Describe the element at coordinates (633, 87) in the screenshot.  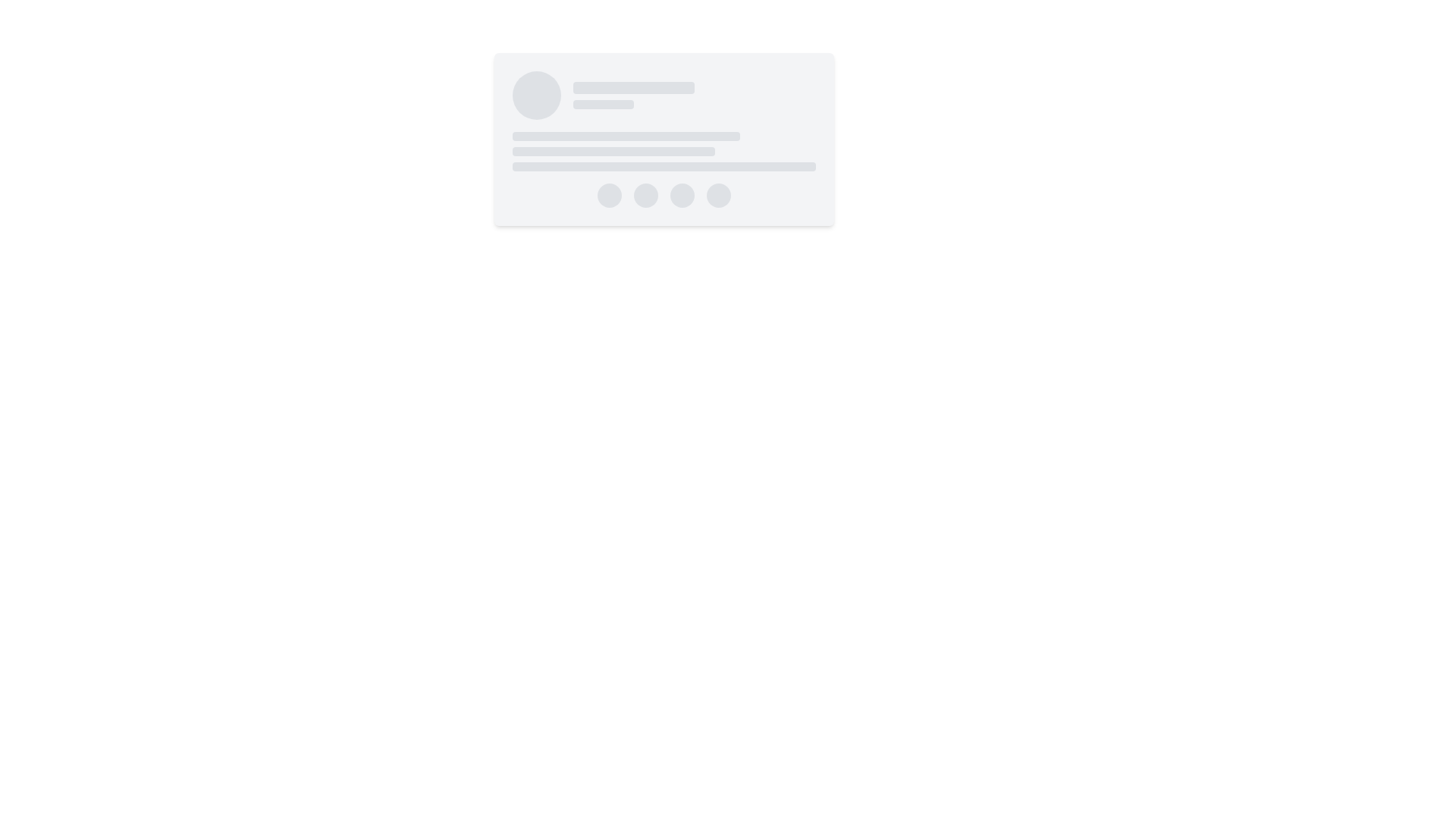
I see `the Placeholder (loading indicator) element, which serves as a loading indicator for content that is not yet available, located in the upper left quadrant of the layout` at that location.